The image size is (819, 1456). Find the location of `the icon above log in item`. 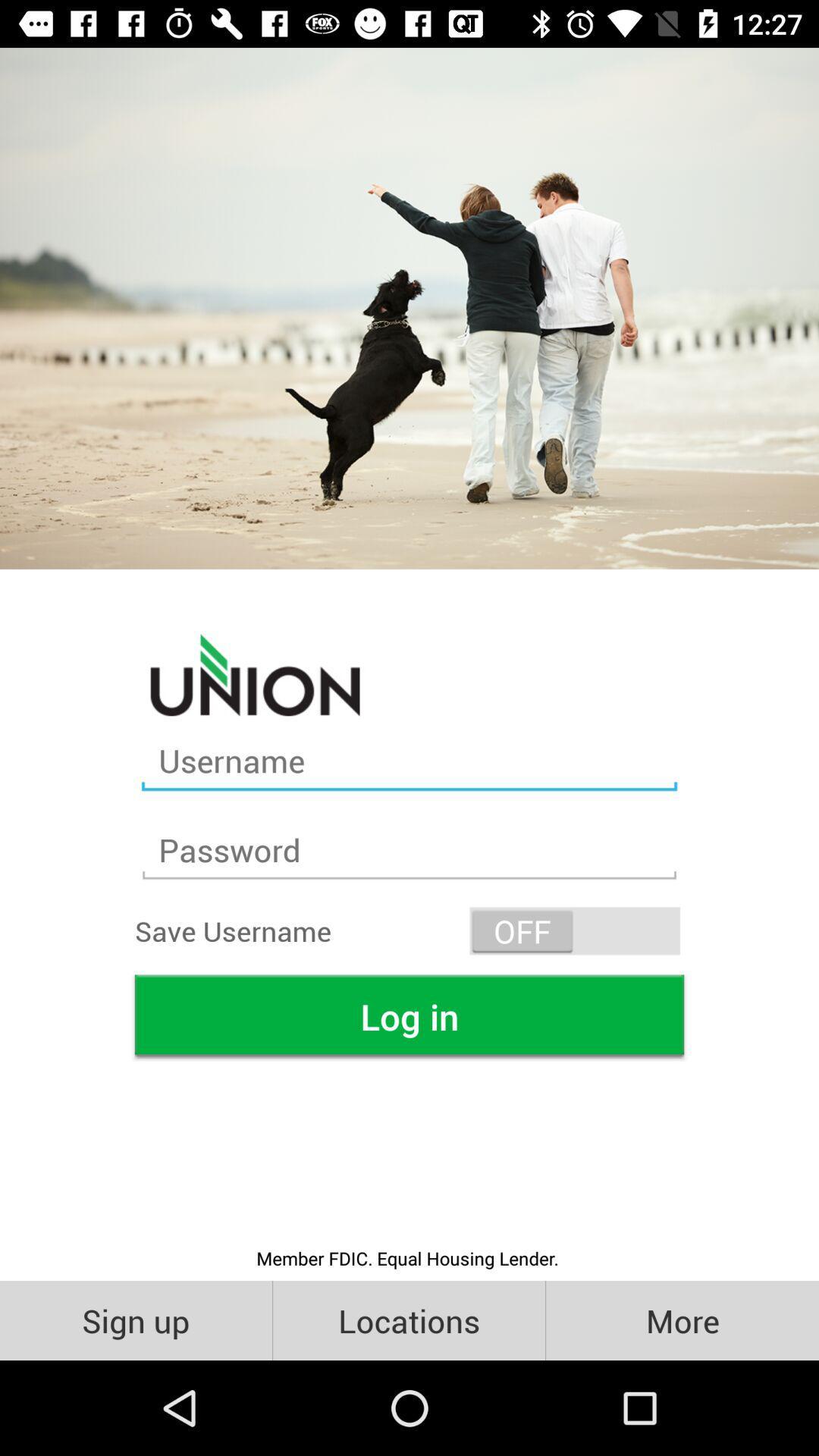

the icon above log in item is located at coordinates (575, 930).